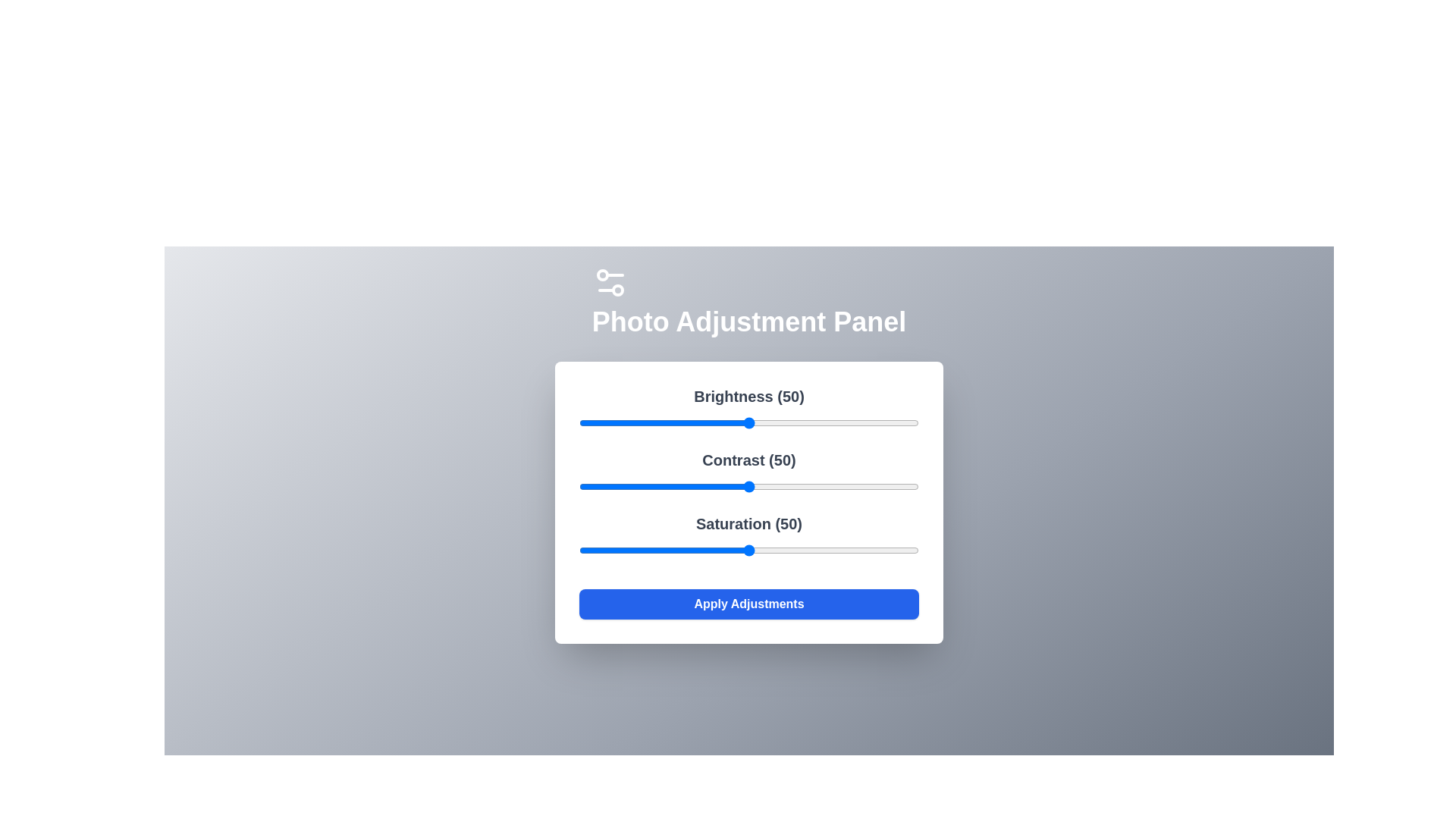  What do you see at coordinates (902, 423) in the screenshot?
I see `the 0 slider to 95` at bounding box center [902, 423].